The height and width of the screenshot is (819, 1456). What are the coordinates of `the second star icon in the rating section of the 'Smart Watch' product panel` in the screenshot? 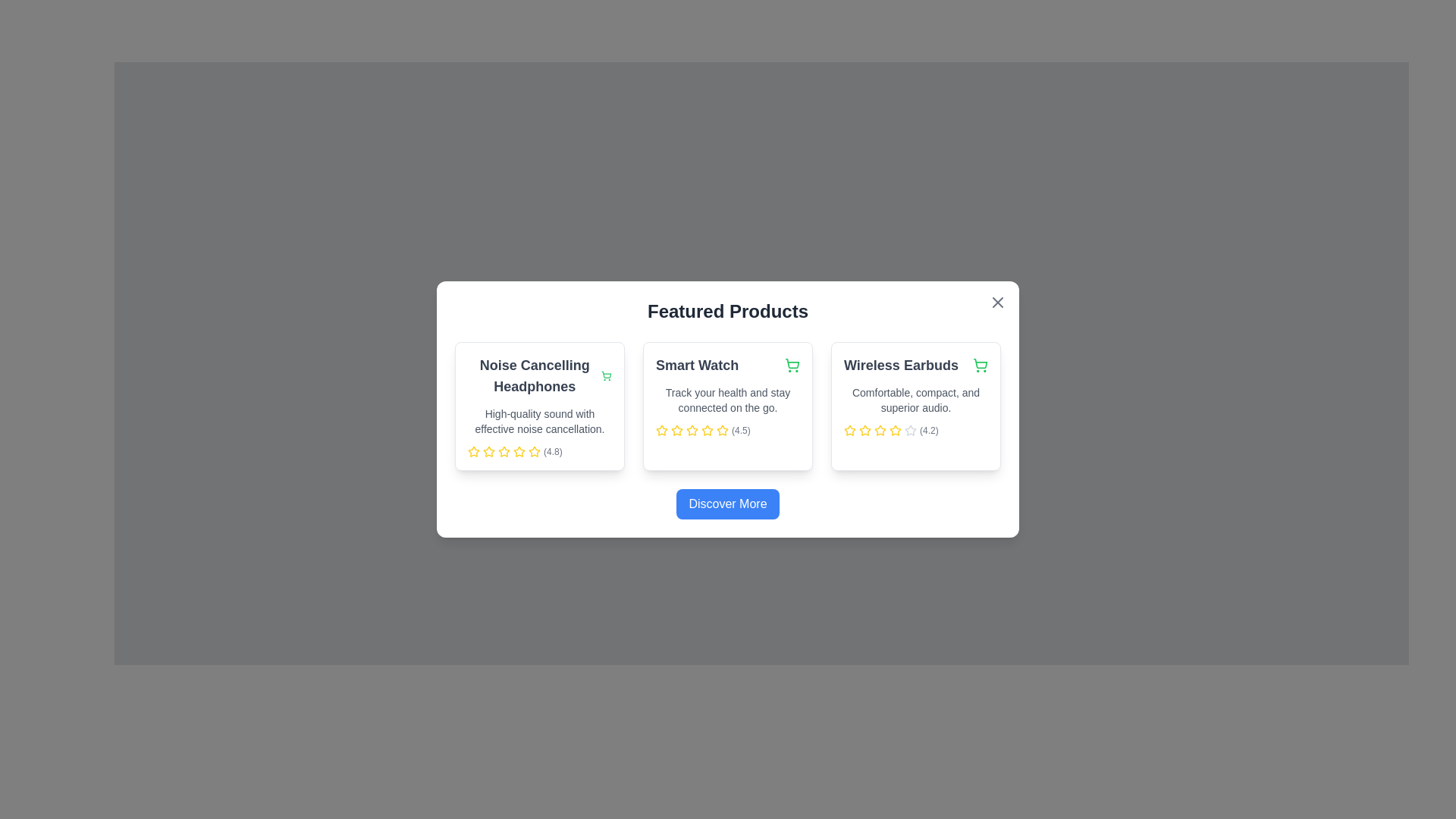 It's located at (676, 430).